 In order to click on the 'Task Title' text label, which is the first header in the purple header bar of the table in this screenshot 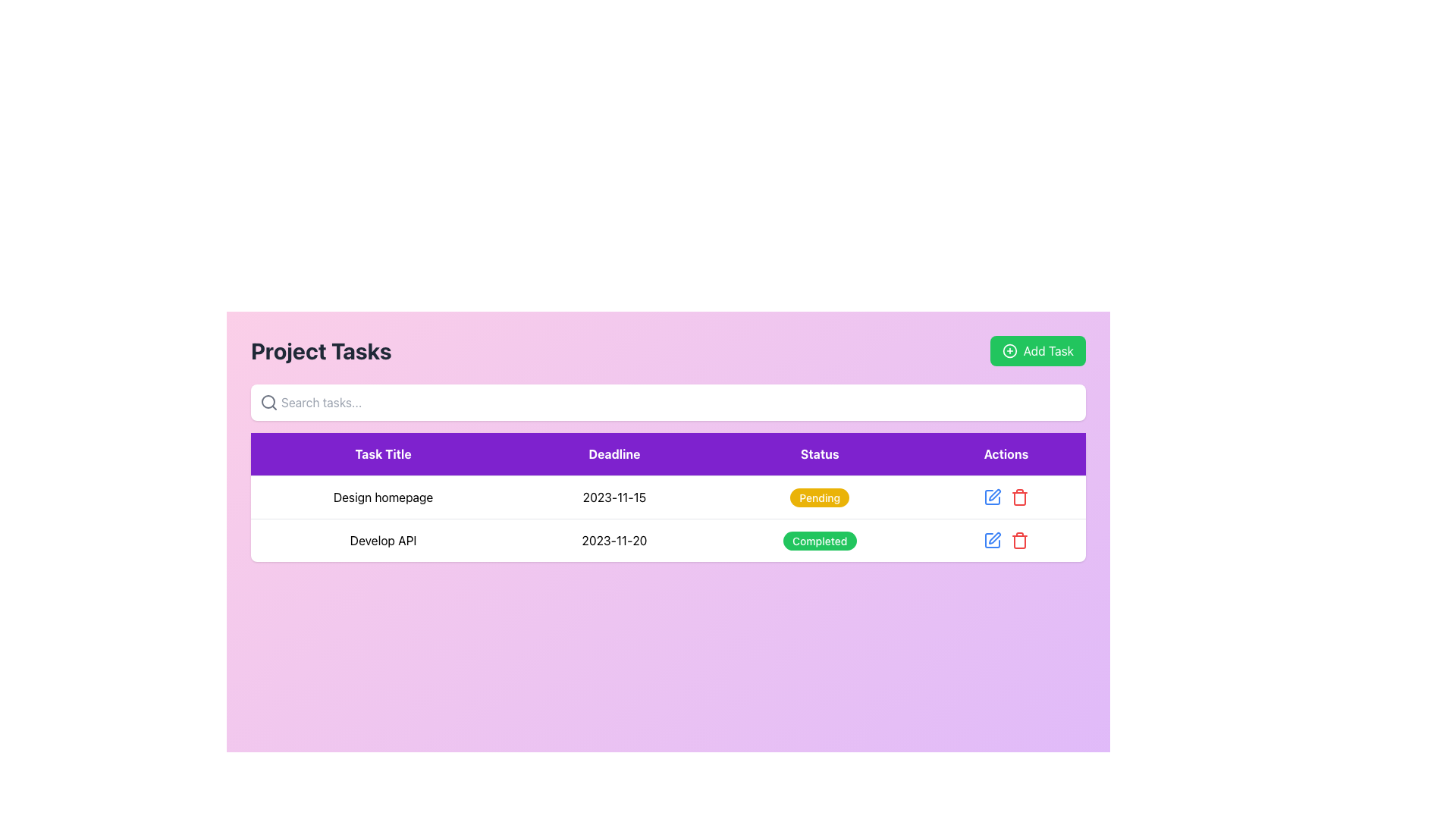, I will do `click(383, 453)`.